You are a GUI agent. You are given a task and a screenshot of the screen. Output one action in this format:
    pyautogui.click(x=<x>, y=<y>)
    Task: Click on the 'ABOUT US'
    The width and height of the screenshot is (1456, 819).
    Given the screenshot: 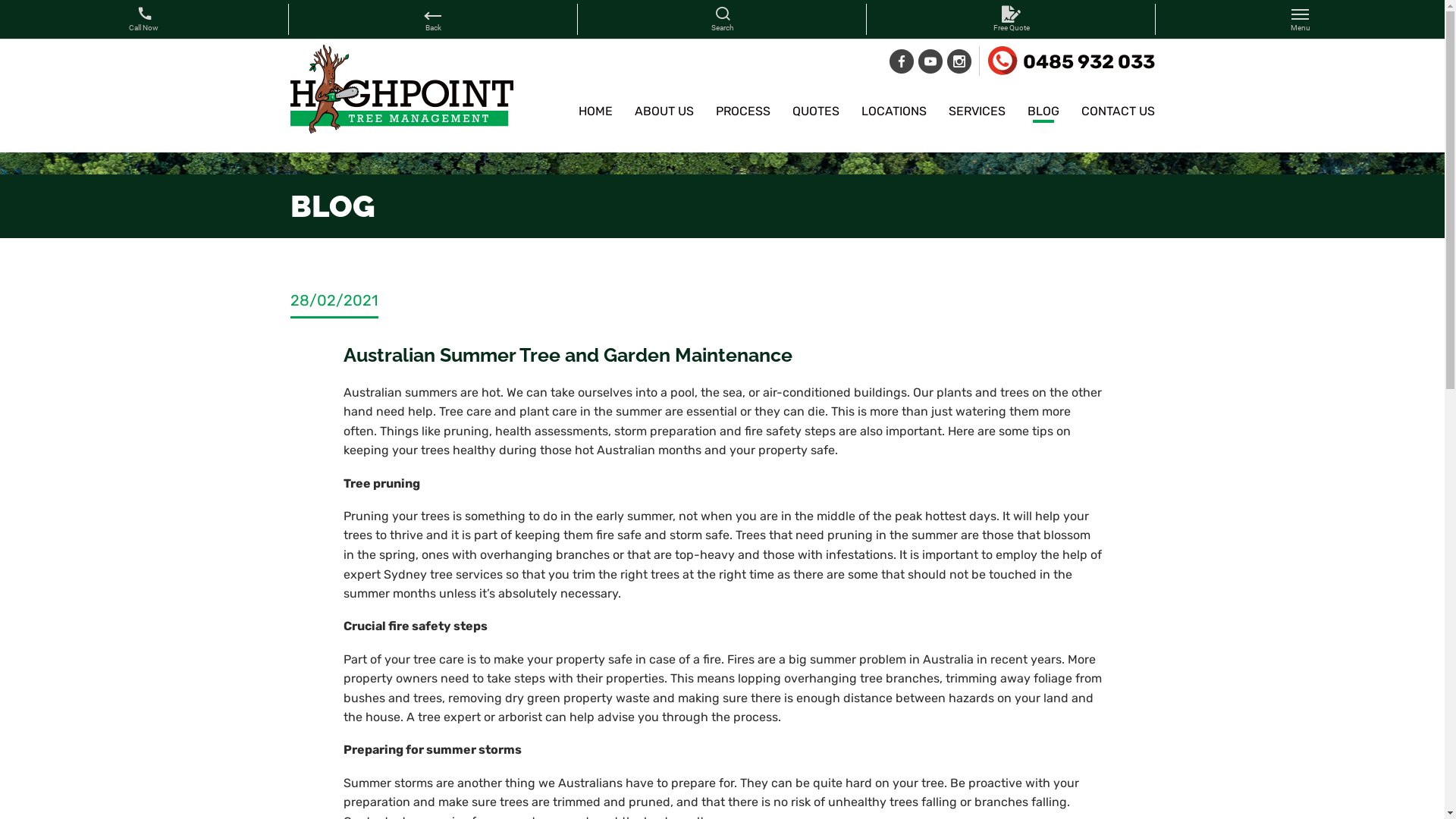 What is the action you would take?
    pyautogui.click(x=663, y=112)
    